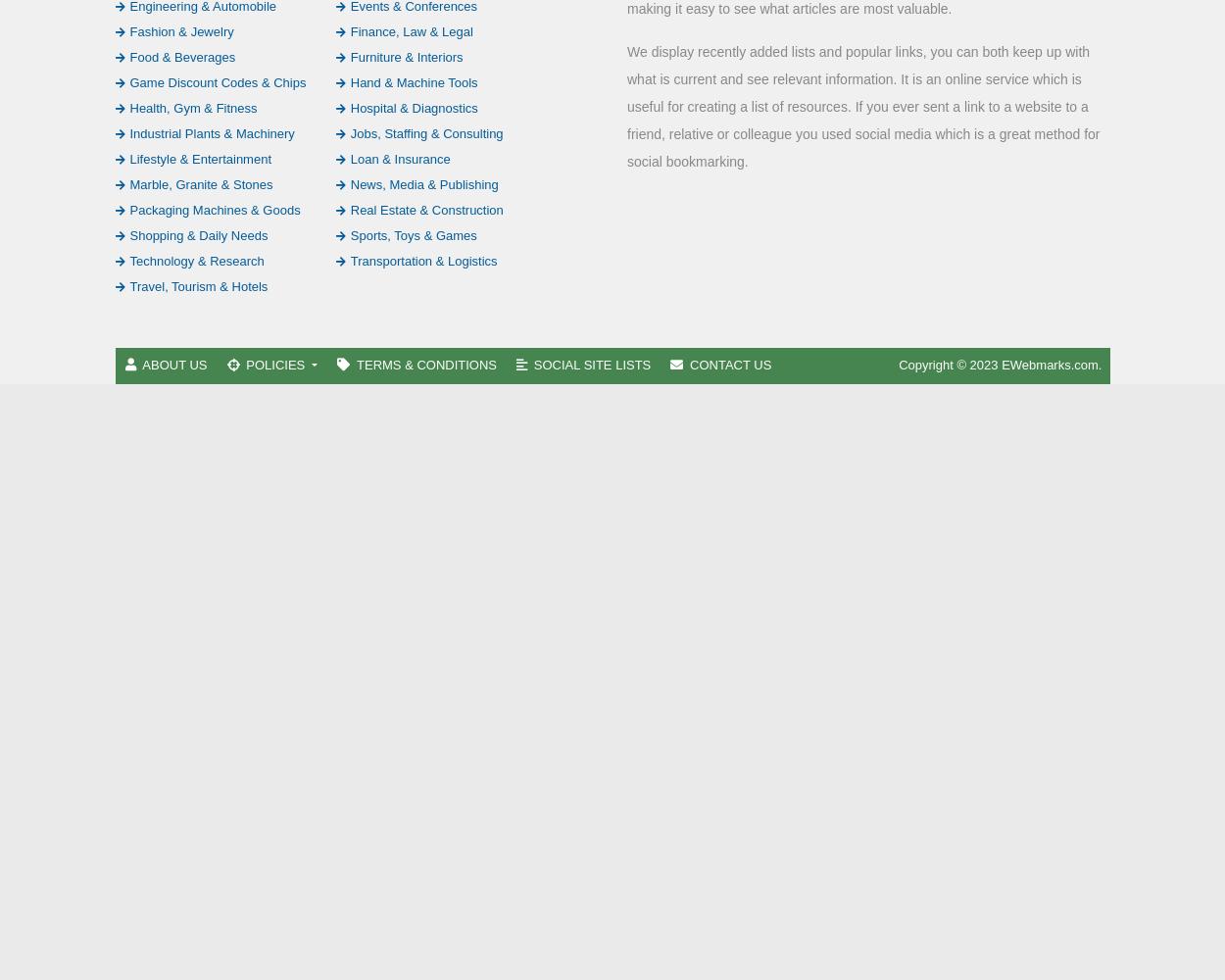 The height and width of the screenshot is (980, 1225). Describe the element at coordinates (411, 30) in the screenshot. I see `'Finance, Law & Legal'` at that location.